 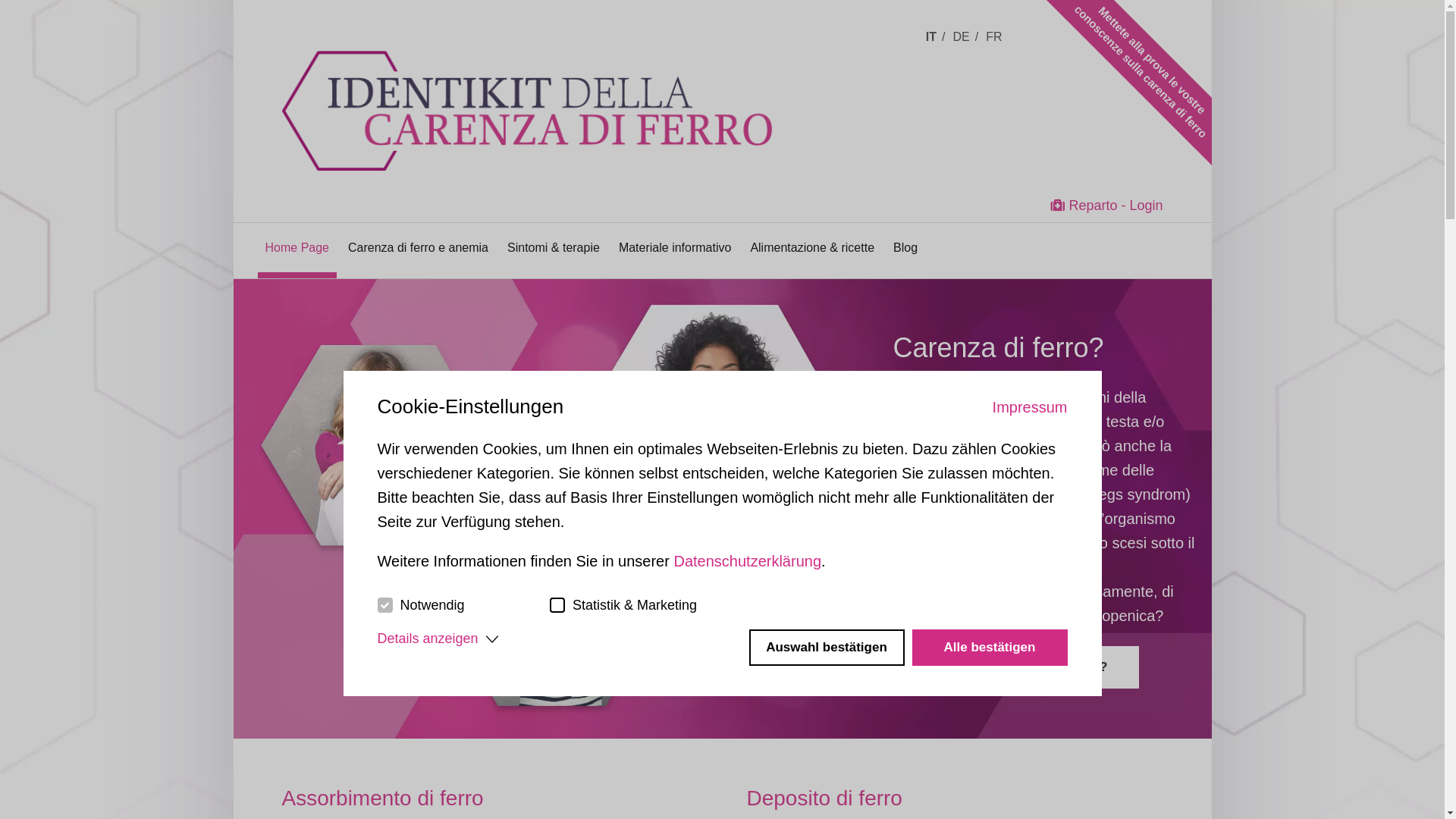 I want to click on 'DE', so click(x=964, y=36).